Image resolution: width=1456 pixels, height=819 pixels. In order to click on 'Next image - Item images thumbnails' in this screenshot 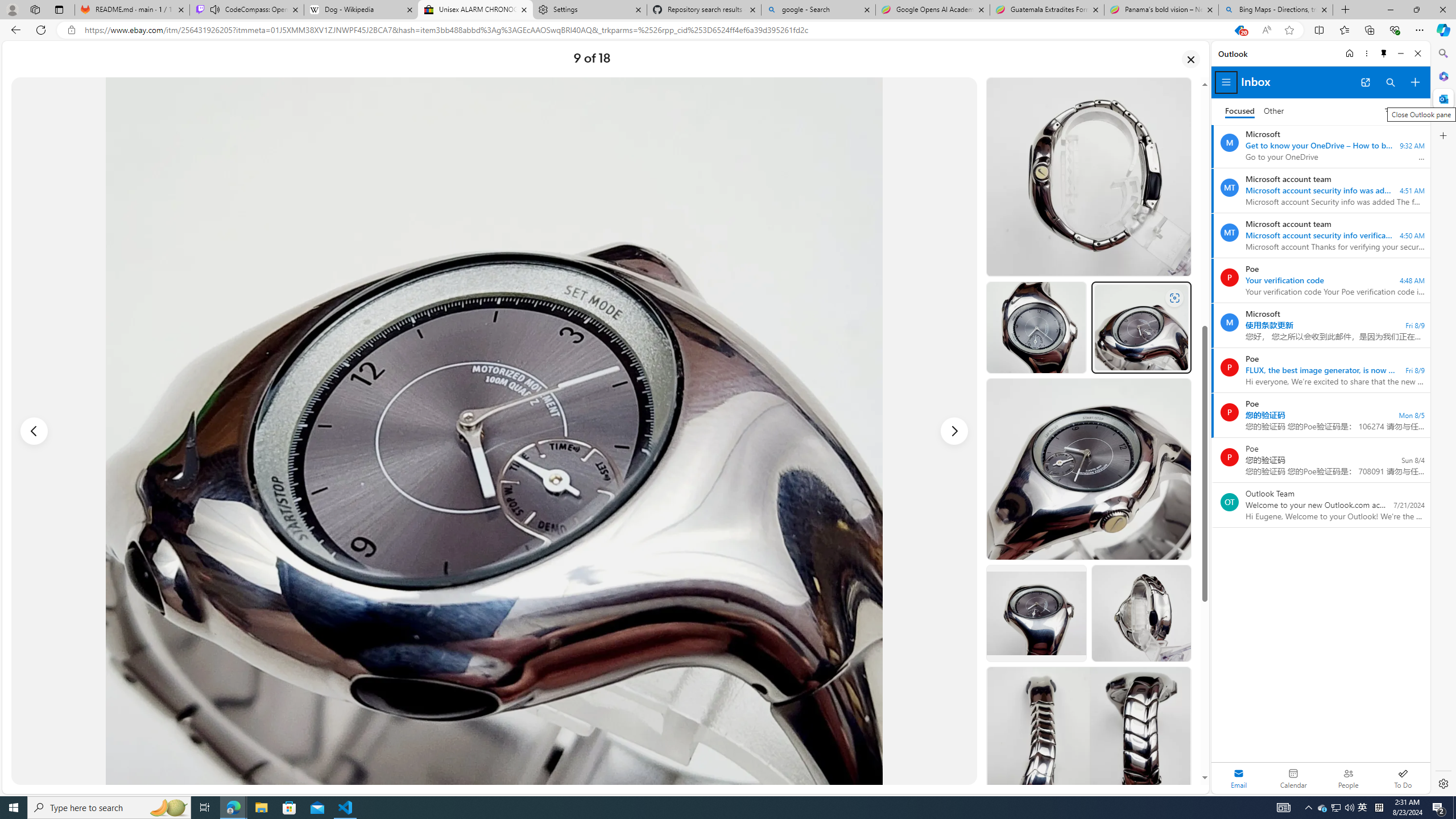, I will do `click(954, 431)`.